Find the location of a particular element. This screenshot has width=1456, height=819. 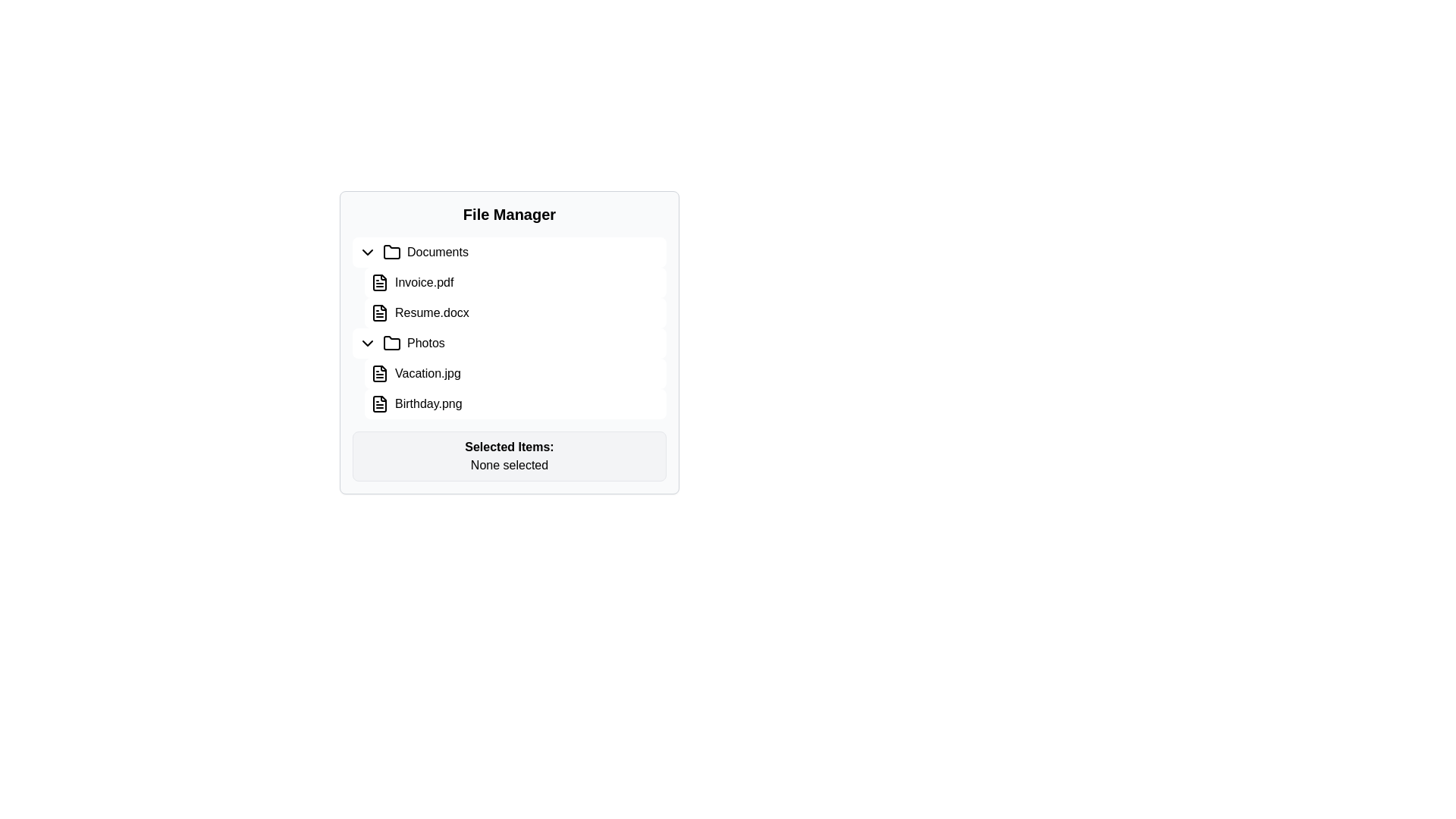

the second selectable file item under the 'Photos' folder section of the file manager is located at coordinates (516, 403).